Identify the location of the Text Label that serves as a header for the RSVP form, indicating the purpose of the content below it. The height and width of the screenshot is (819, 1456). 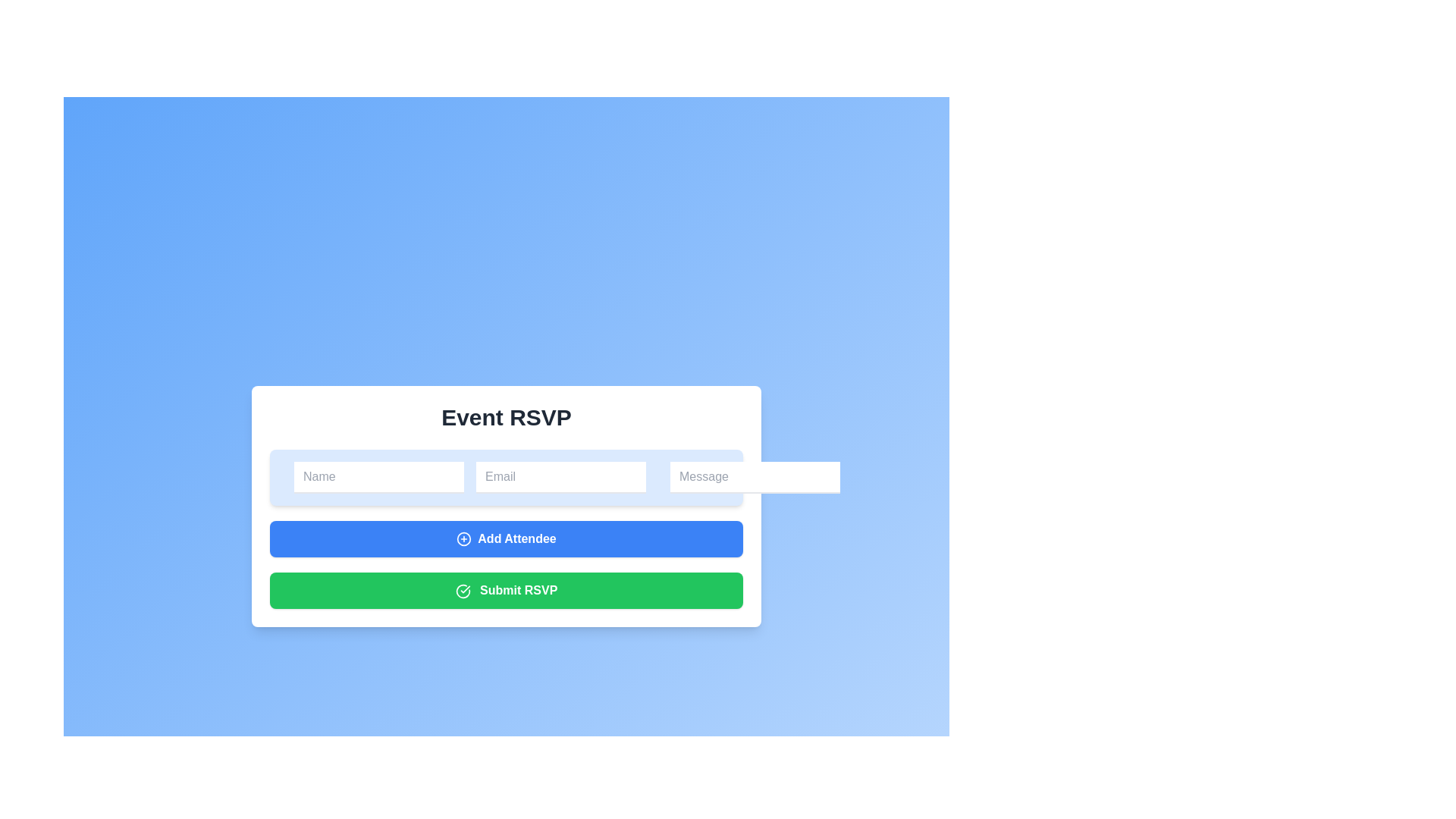
(506, 418).